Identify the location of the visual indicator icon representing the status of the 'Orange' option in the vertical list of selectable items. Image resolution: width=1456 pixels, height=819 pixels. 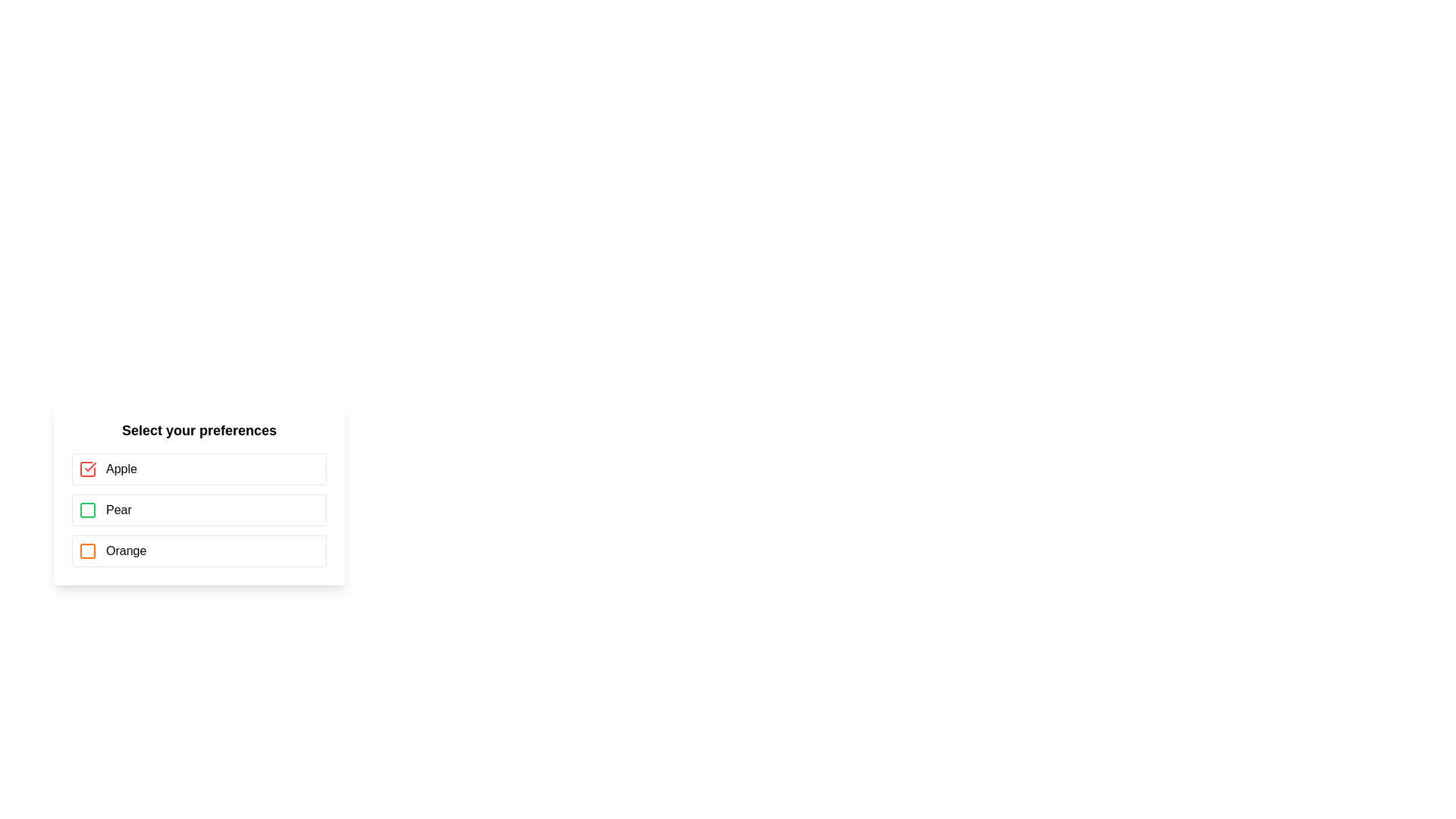
(86, 551).